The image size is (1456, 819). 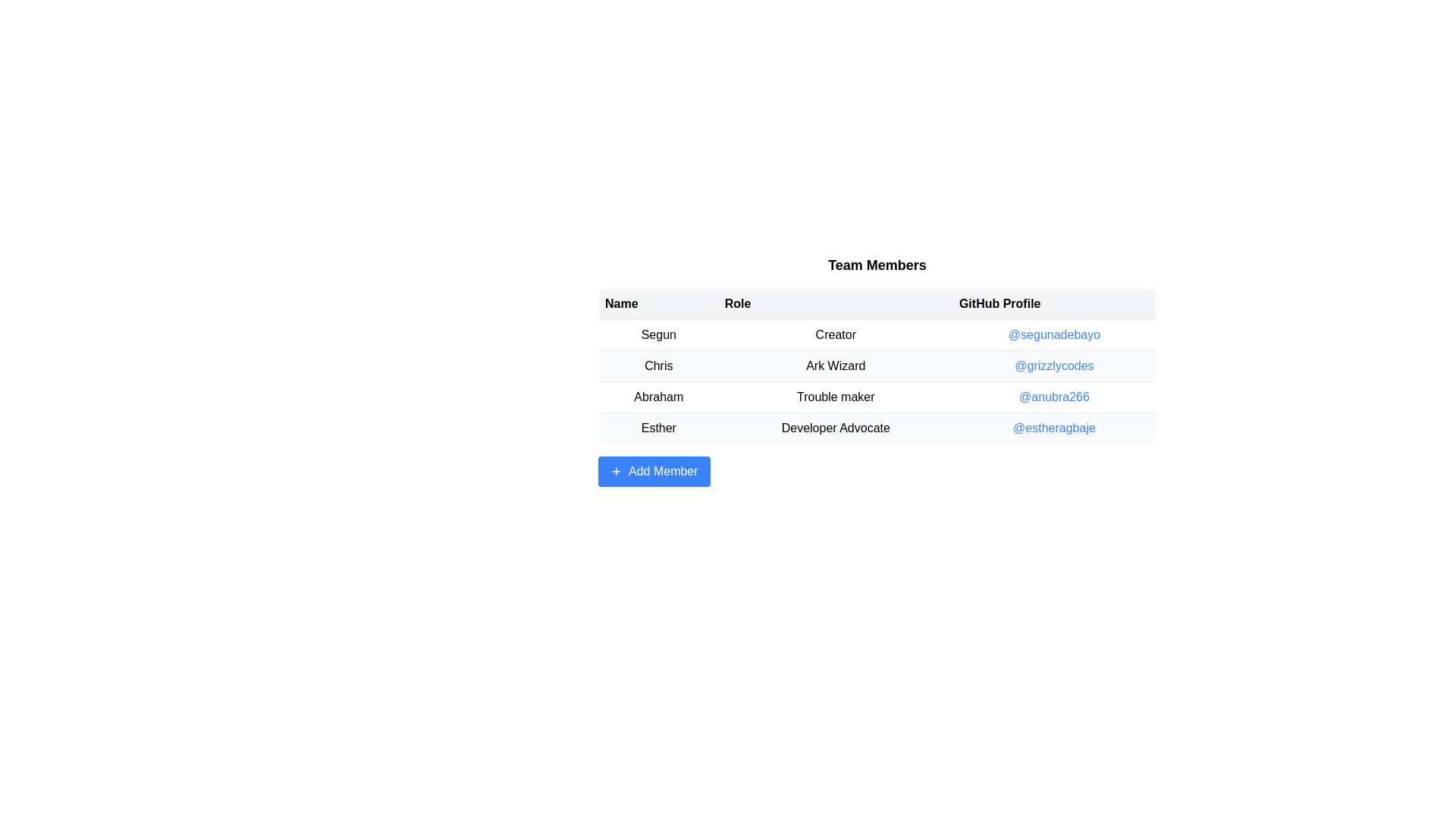 What do you see at coordinates (1053, 366) in the screenshot?
I see `the hyperlink under the 'GitHub Profile' column in the table for the team member Chris, the 'Ark Wizard'` at bounding box center [1053, 366].